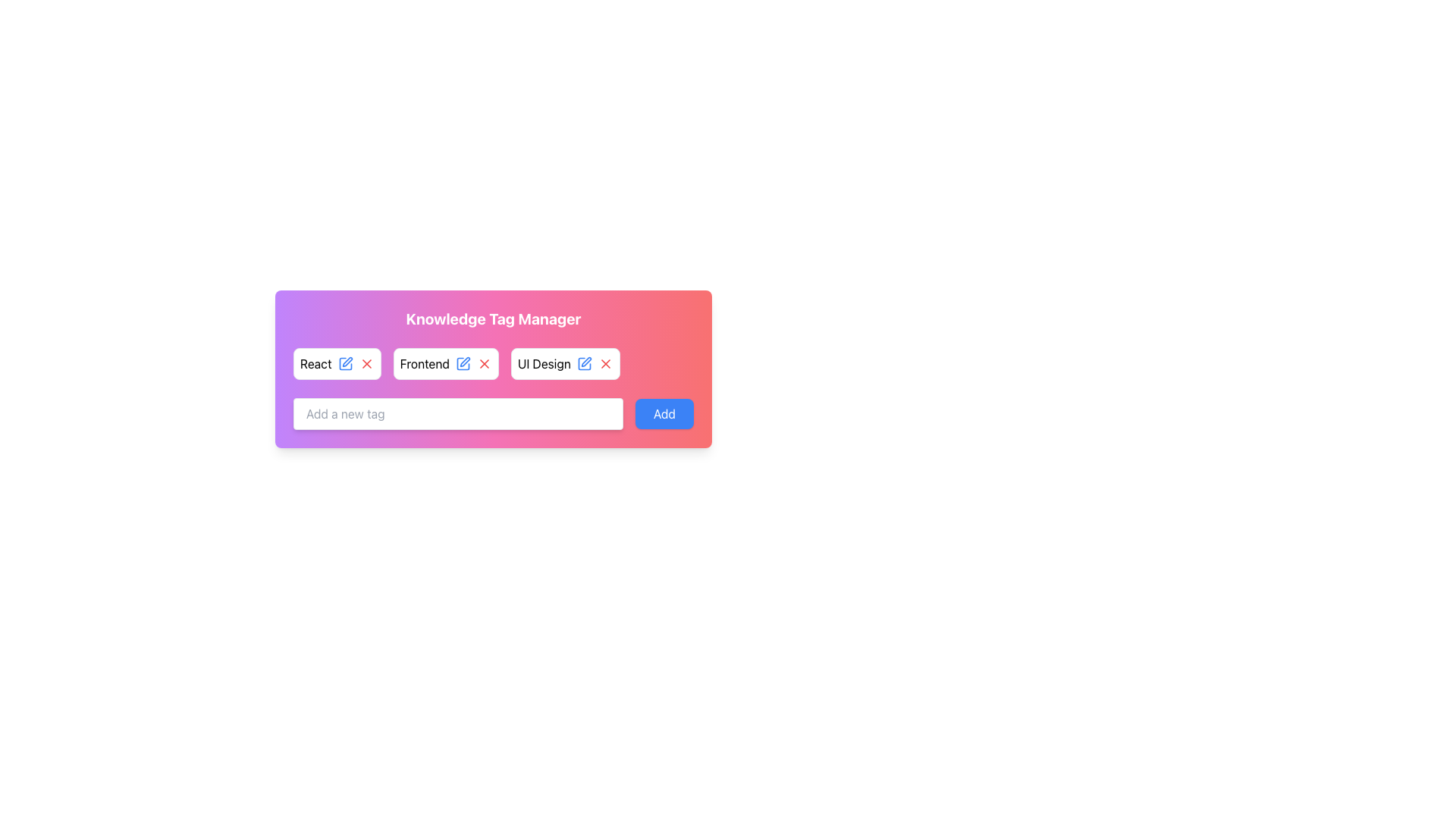 The image size is (1456, 819). I want to click on the close icon of the 'React' tag component, so click(336, 363).